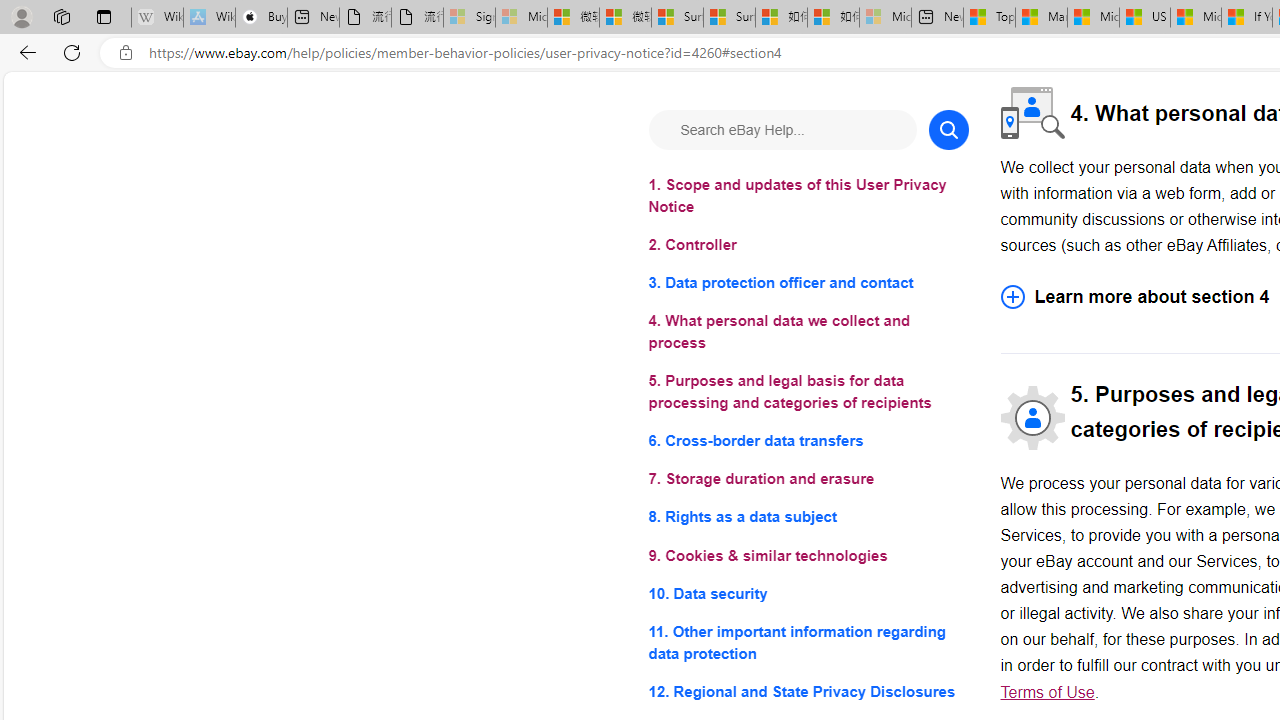 This screenshot has height=720, width=1280. Describe the element at coordinates (808, 244) in the screenshot. I see `'2. Controller'` at that location.